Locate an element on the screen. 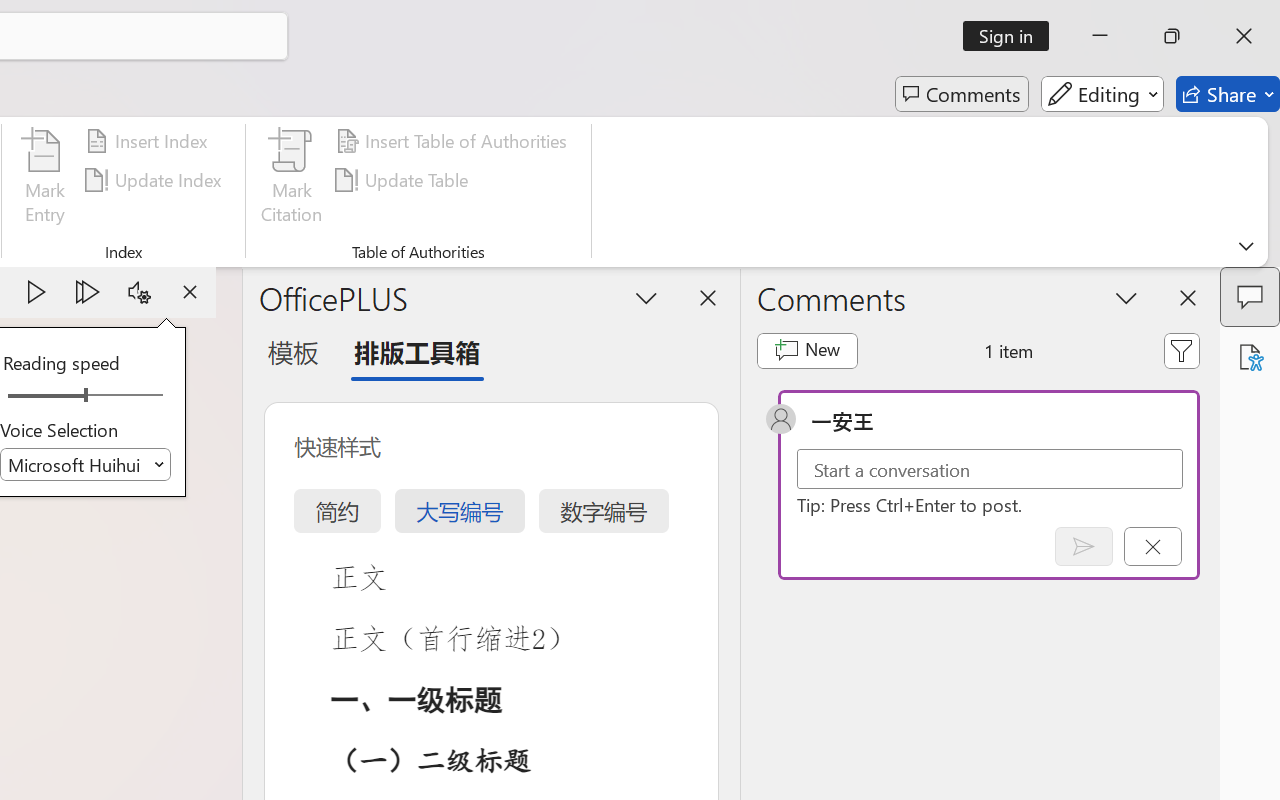 This screenshot has height=800, width=1280. 'Mark Citation...' is located at coordinates (291, 179).